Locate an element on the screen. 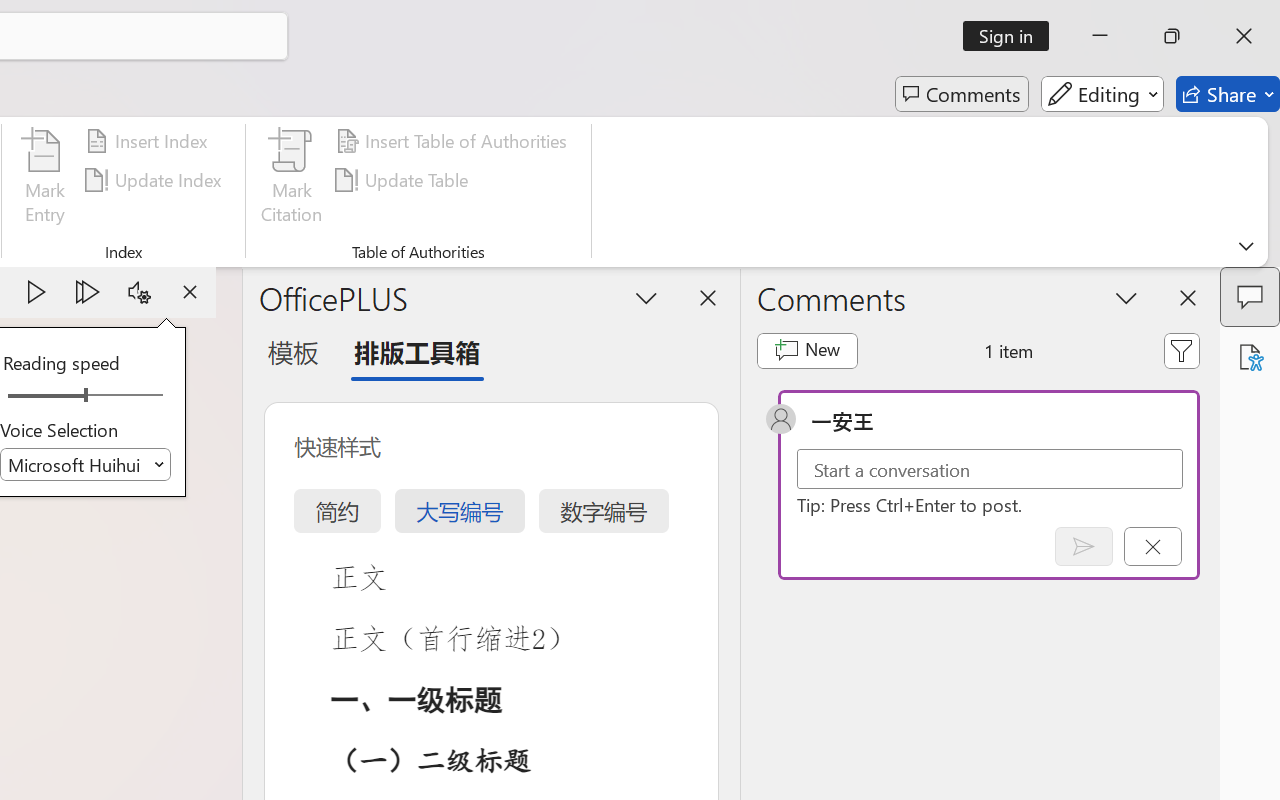 This screenshot has height=800, width=1280. 'Mark Citation...' is located at coordinates (291, 179).